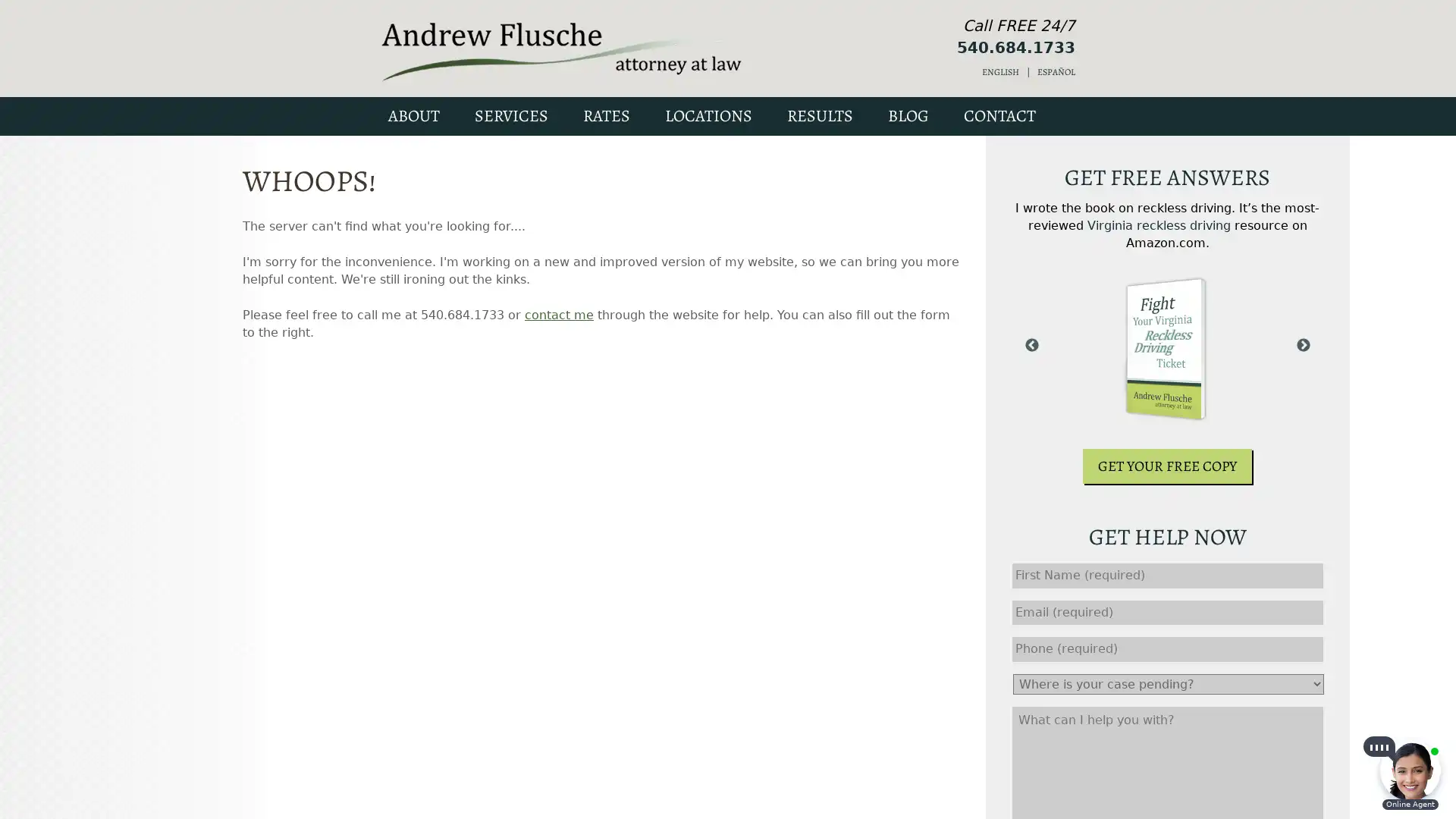 The width and height of the screenshot is (1456, 819). I want to click on Next, so click(1302, 345).